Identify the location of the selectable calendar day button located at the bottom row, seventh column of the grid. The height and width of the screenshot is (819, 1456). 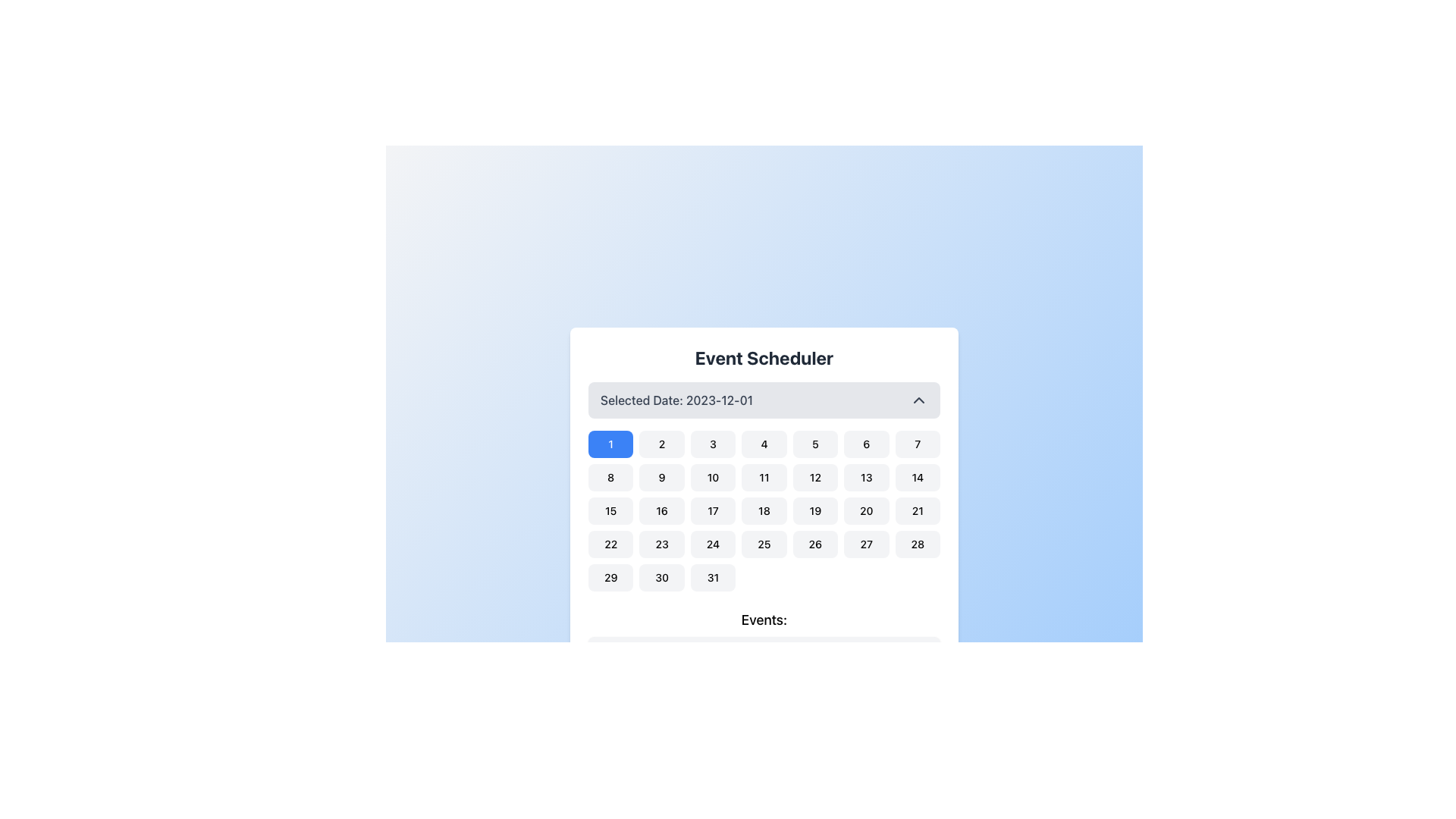
(712, 578).